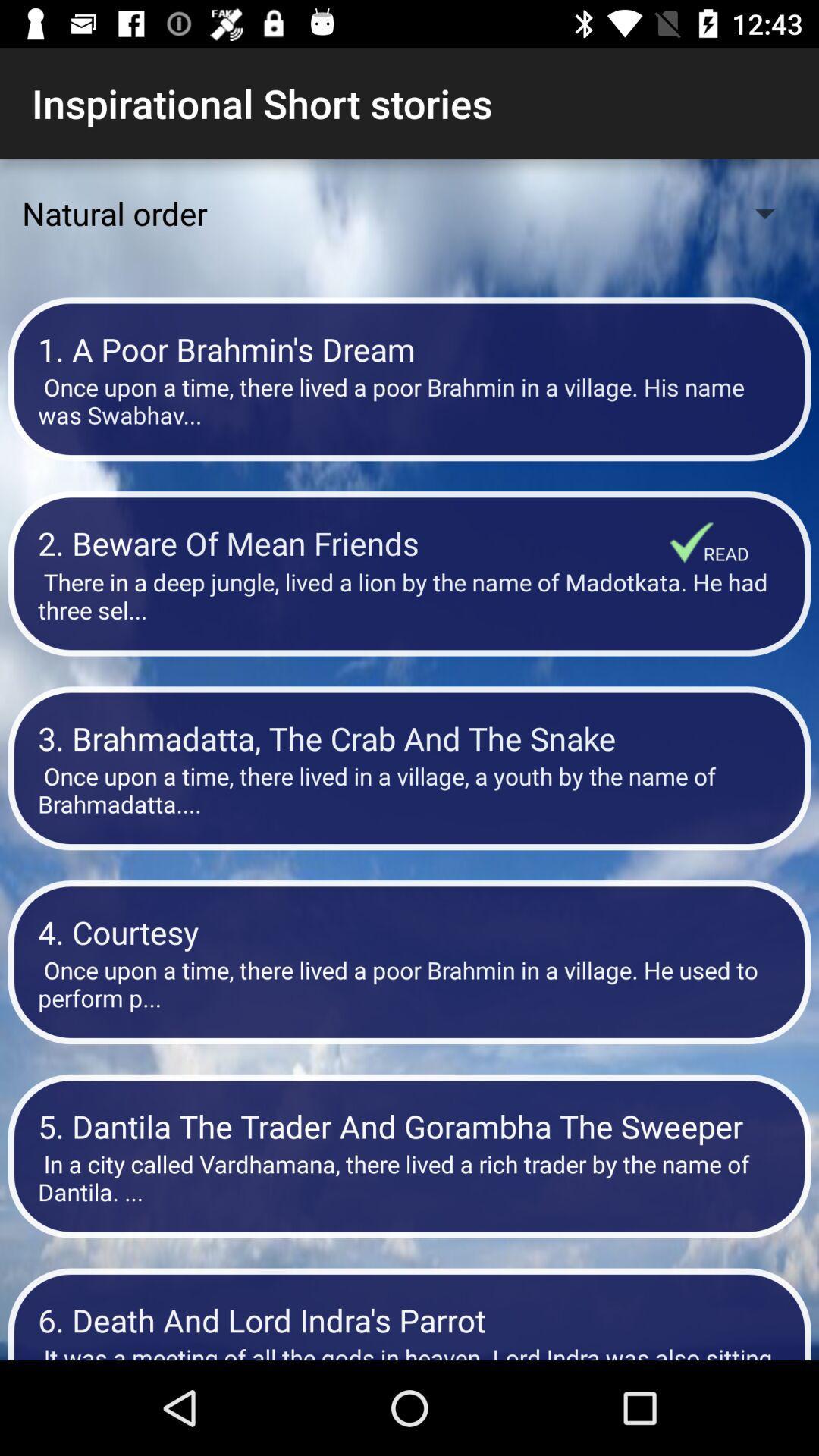  What do you see at coordinates (409, 931) in the screenshot?
I see `the 4. courtesy` at bounding box center [409, 931].